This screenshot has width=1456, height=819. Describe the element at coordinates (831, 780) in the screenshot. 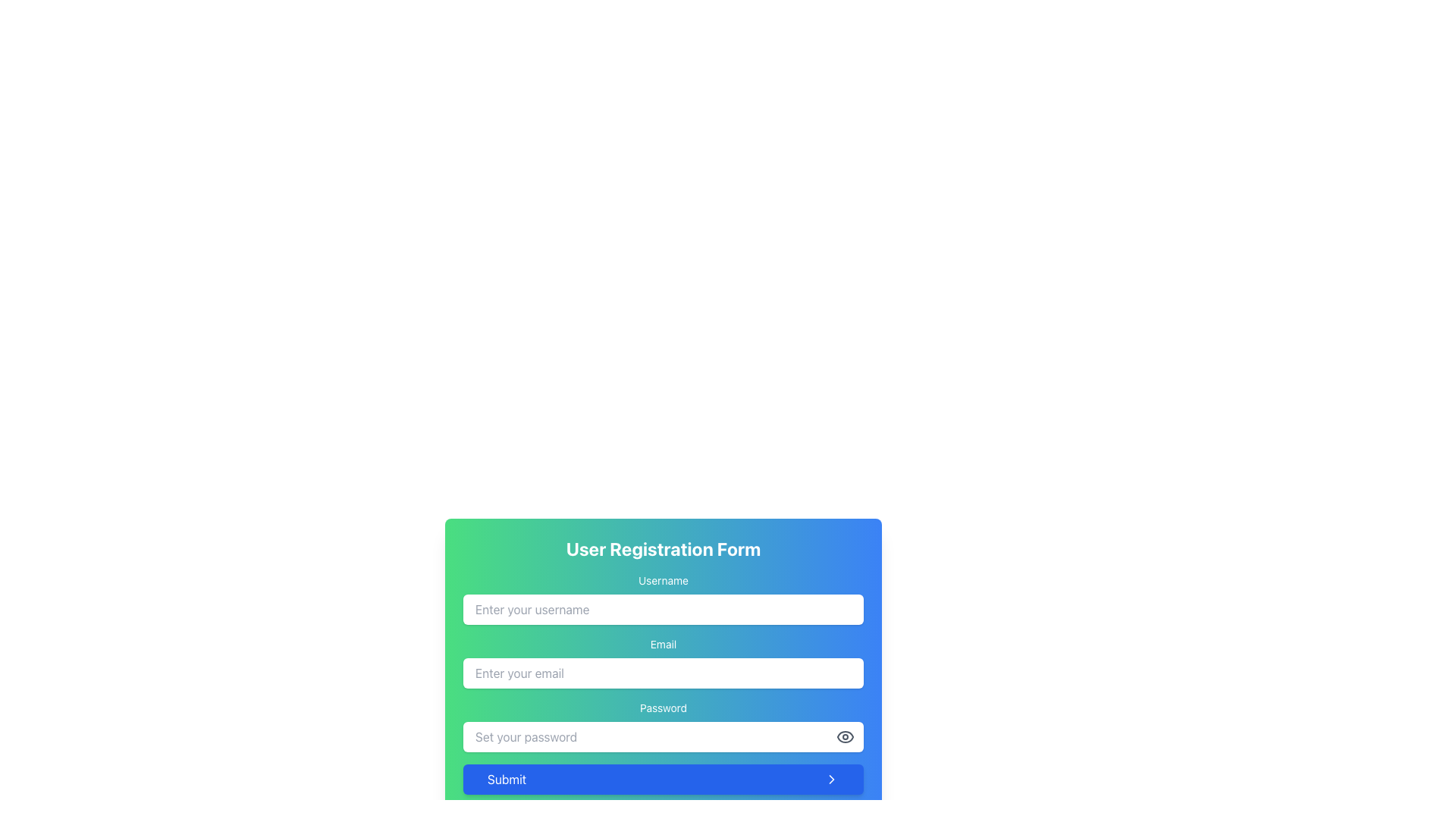

I see `the chevron icon located at the bottom-right corner of the user interface, which signifies forward navigation or progression` at that location.